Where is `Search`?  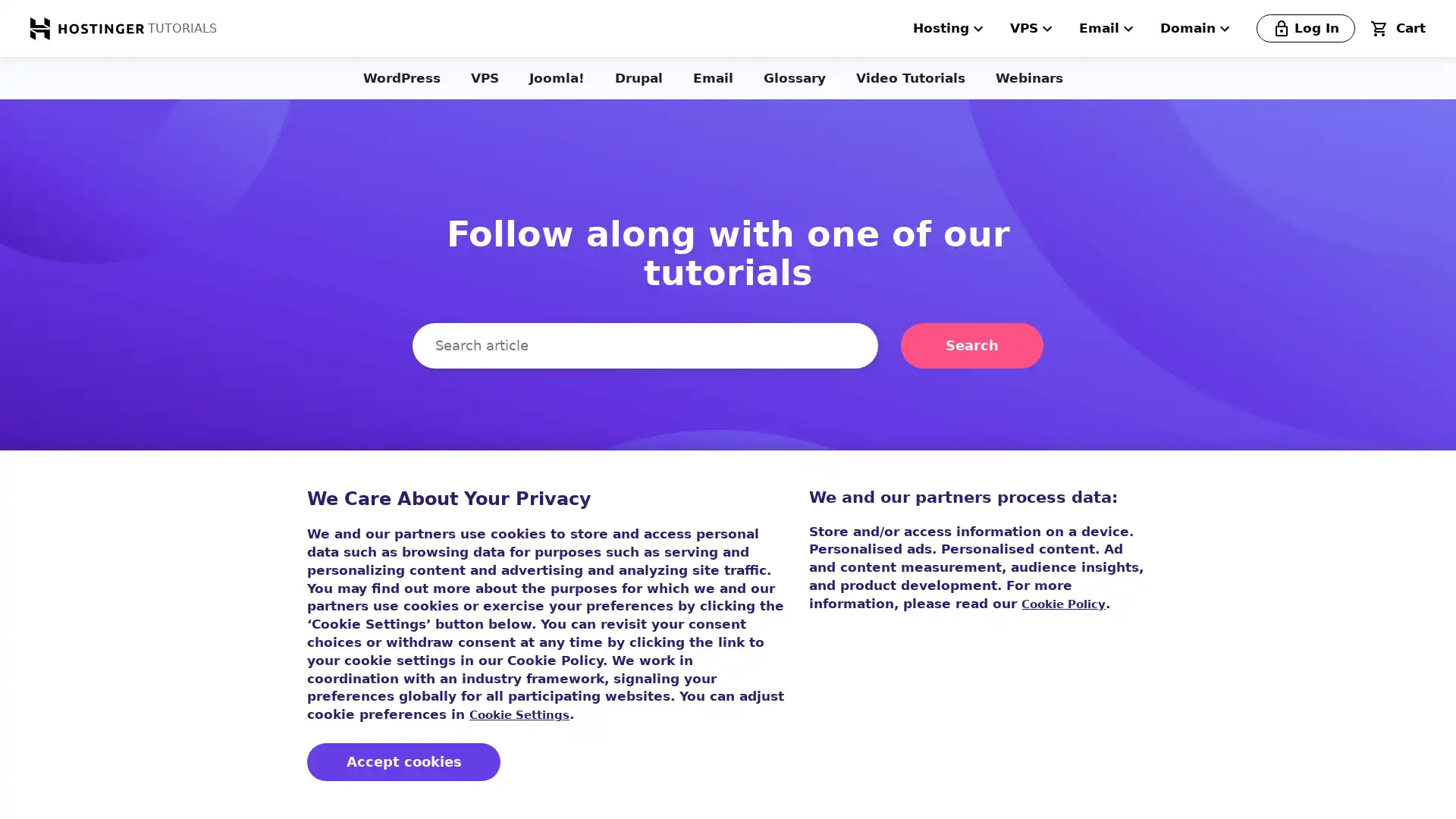
Search is located at coordinates (971, 345).